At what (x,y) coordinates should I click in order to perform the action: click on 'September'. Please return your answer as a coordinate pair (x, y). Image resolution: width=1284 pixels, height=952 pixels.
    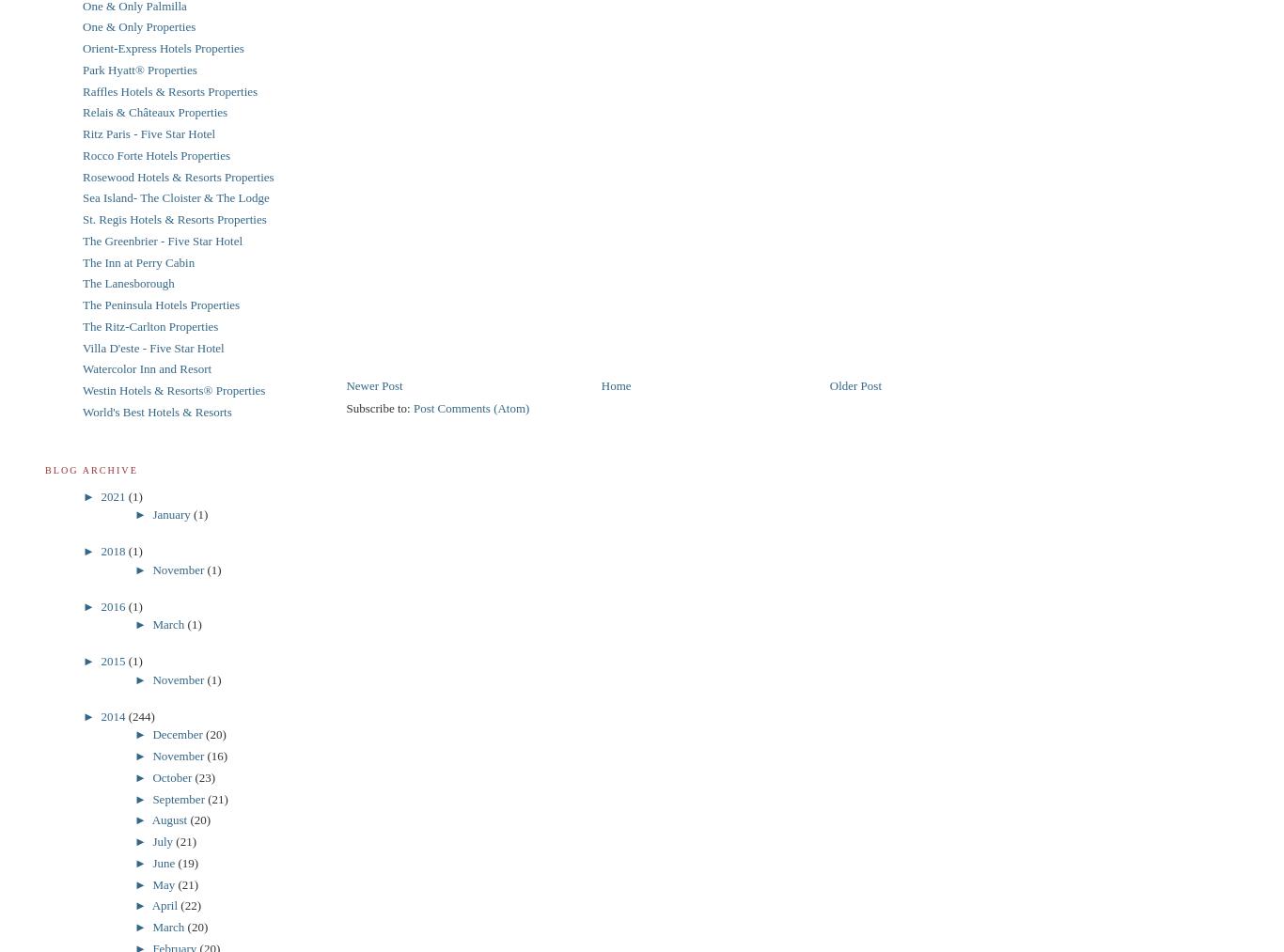
    Looking at the image, I should click on (179, 797).